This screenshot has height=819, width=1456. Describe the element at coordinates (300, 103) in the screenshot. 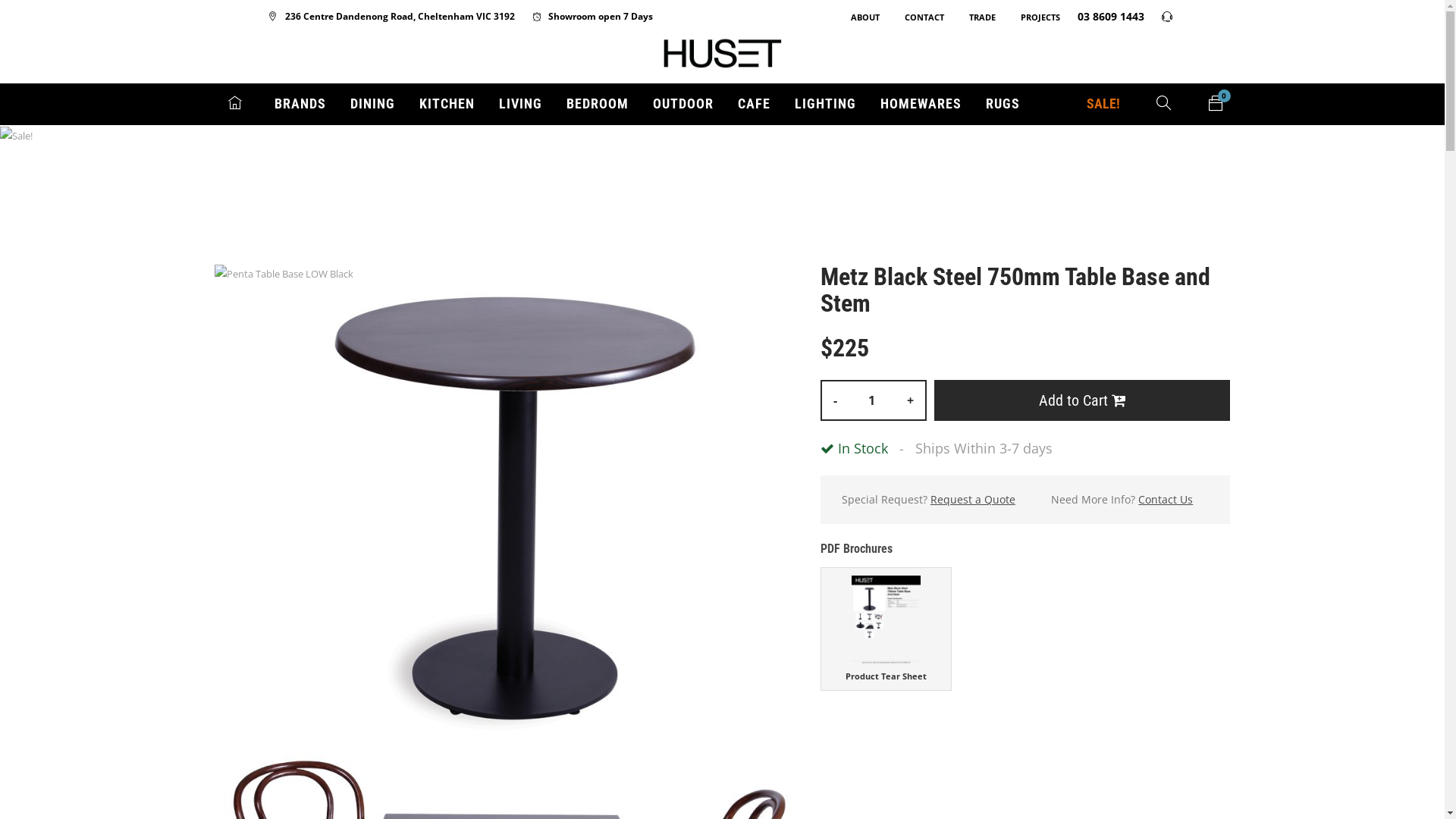

I see `'BRANDS'` at that location.